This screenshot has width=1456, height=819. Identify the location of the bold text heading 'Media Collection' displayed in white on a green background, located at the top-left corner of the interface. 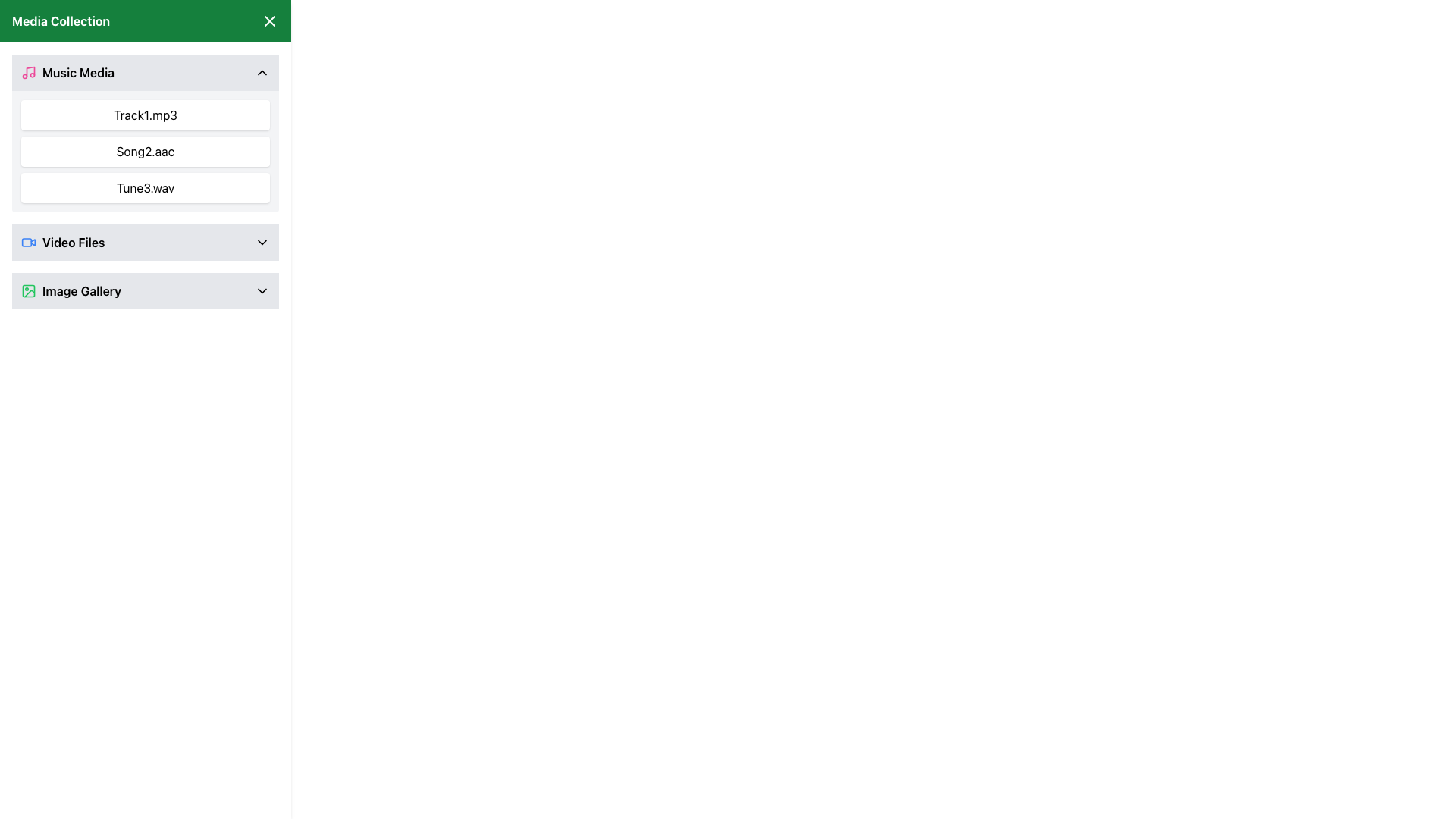
(61, 20).